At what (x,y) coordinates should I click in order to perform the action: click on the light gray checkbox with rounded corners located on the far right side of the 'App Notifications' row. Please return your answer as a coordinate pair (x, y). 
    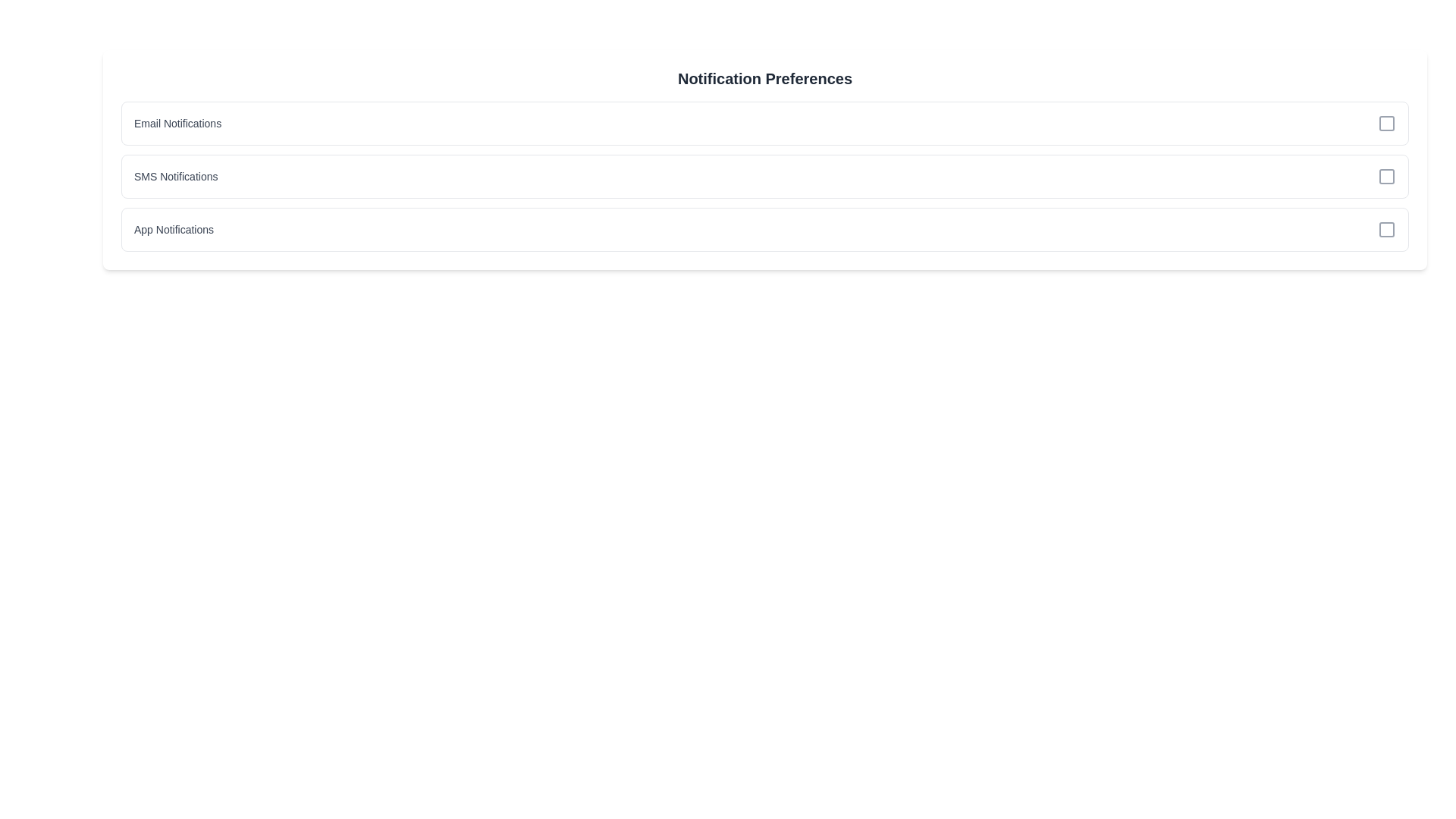
    Looking at the image, I should click on (1386, 230).